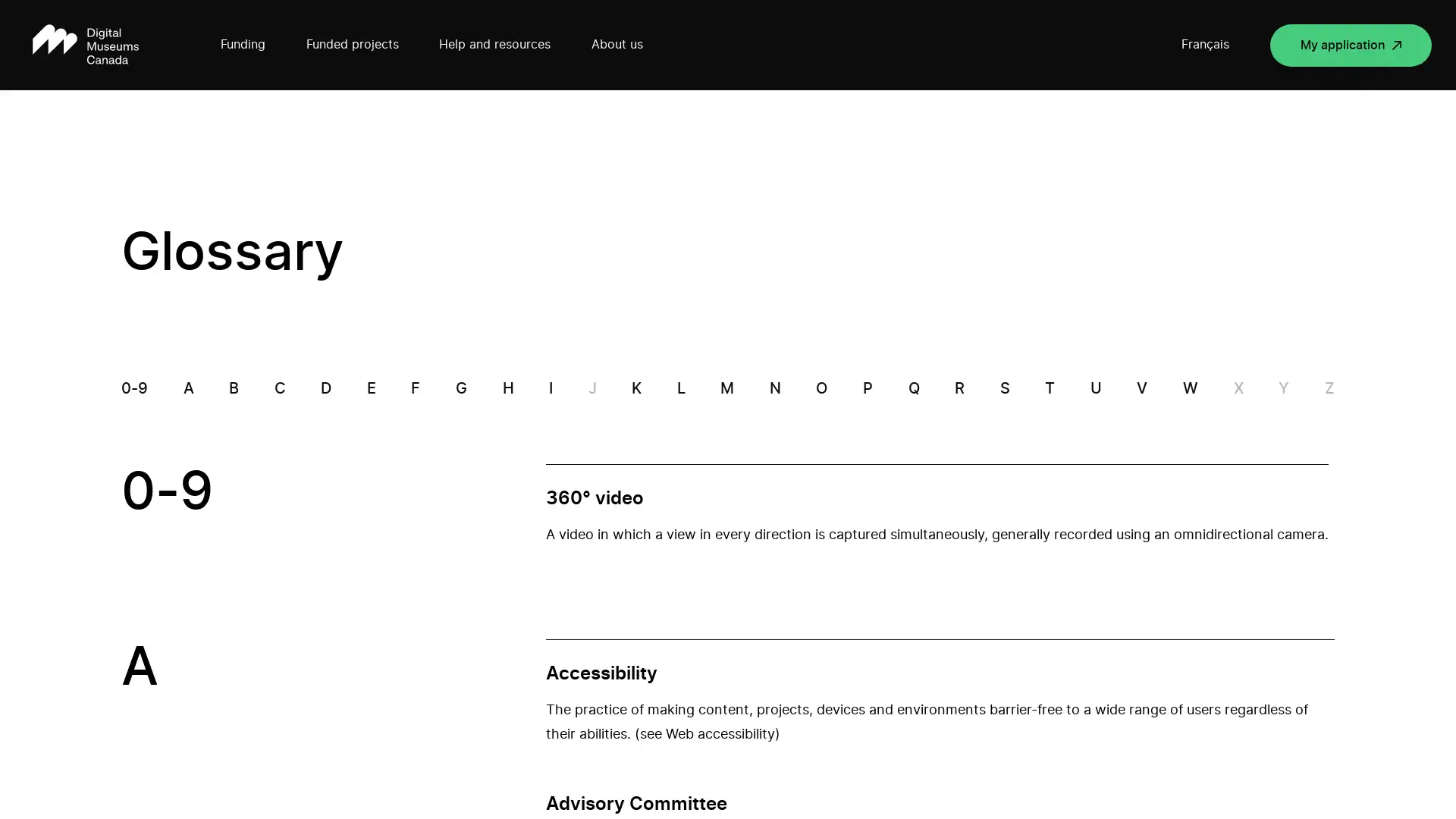 This screenshot has height=819, width=1456. Describe the element at coordinates (371, 388) in the screenshot. I see `E` at that location.